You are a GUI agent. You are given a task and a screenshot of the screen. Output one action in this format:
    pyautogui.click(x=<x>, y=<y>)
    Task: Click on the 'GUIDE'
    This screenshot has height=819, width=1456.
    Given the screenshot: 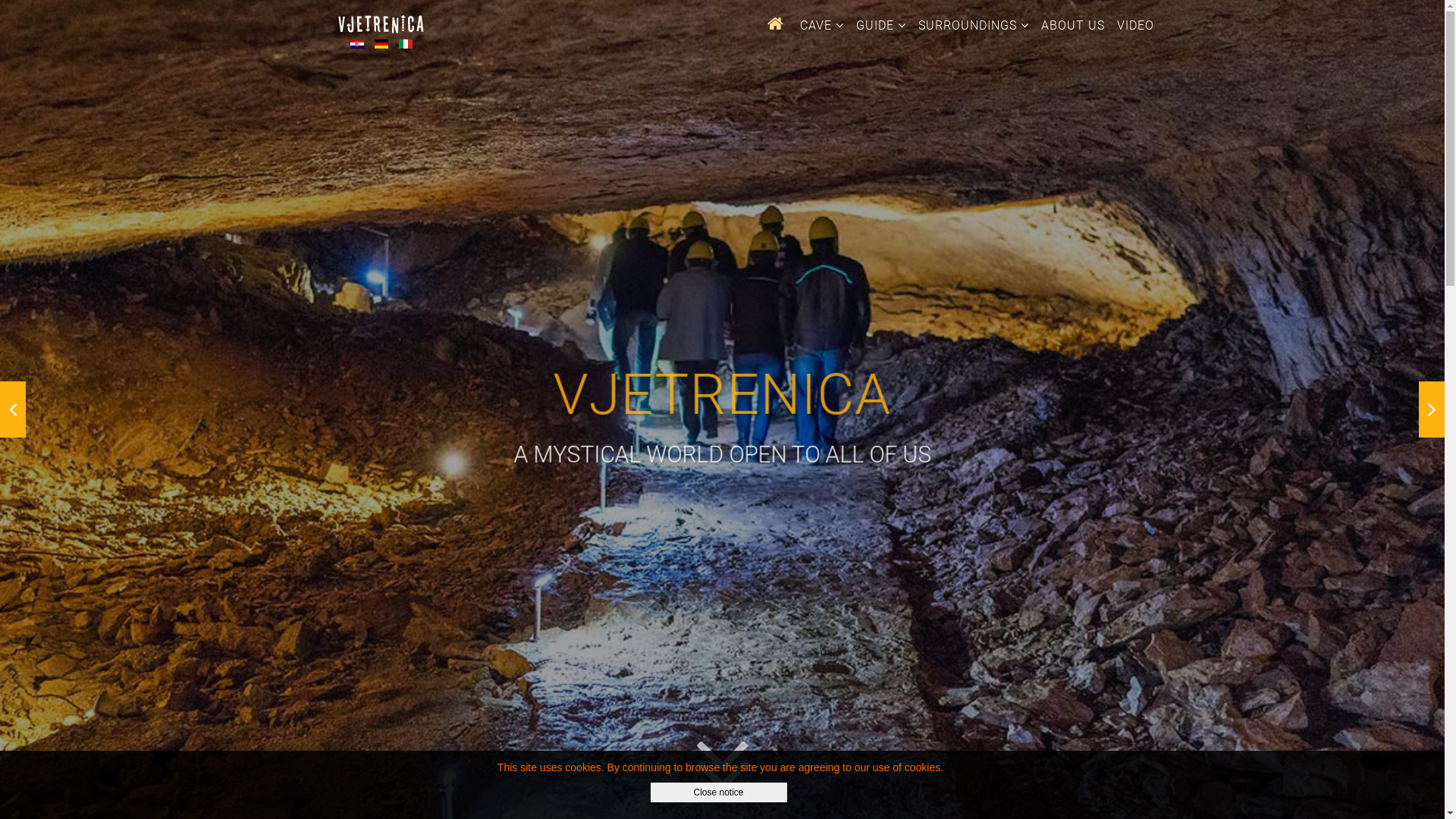 What is the action you would take?
    pyautogui.click(x=880, y=25)
    